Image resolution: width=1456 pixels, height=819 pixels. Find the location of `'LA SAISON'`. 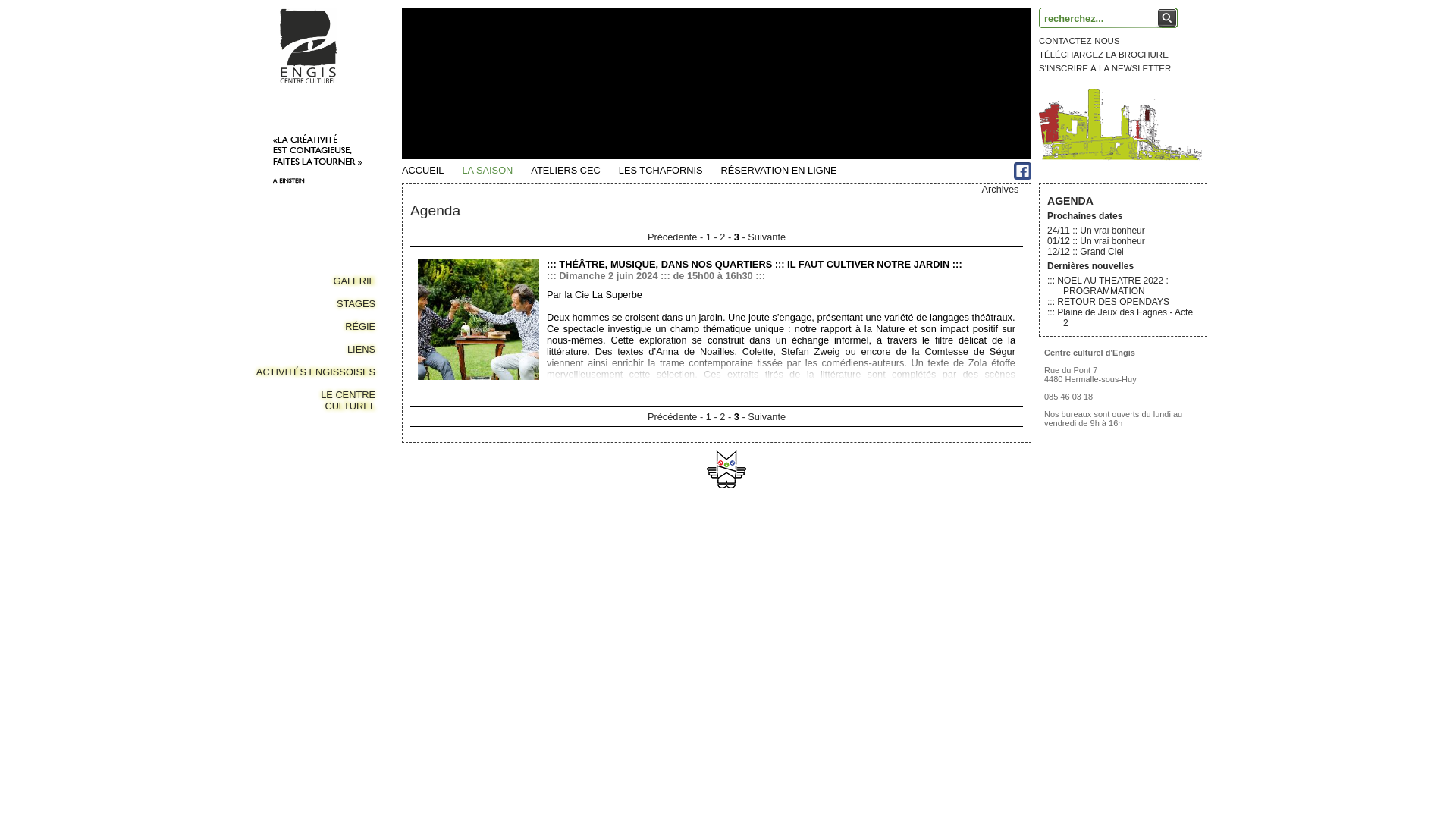

'LA SAISON' is located at coordinates (496, 171).